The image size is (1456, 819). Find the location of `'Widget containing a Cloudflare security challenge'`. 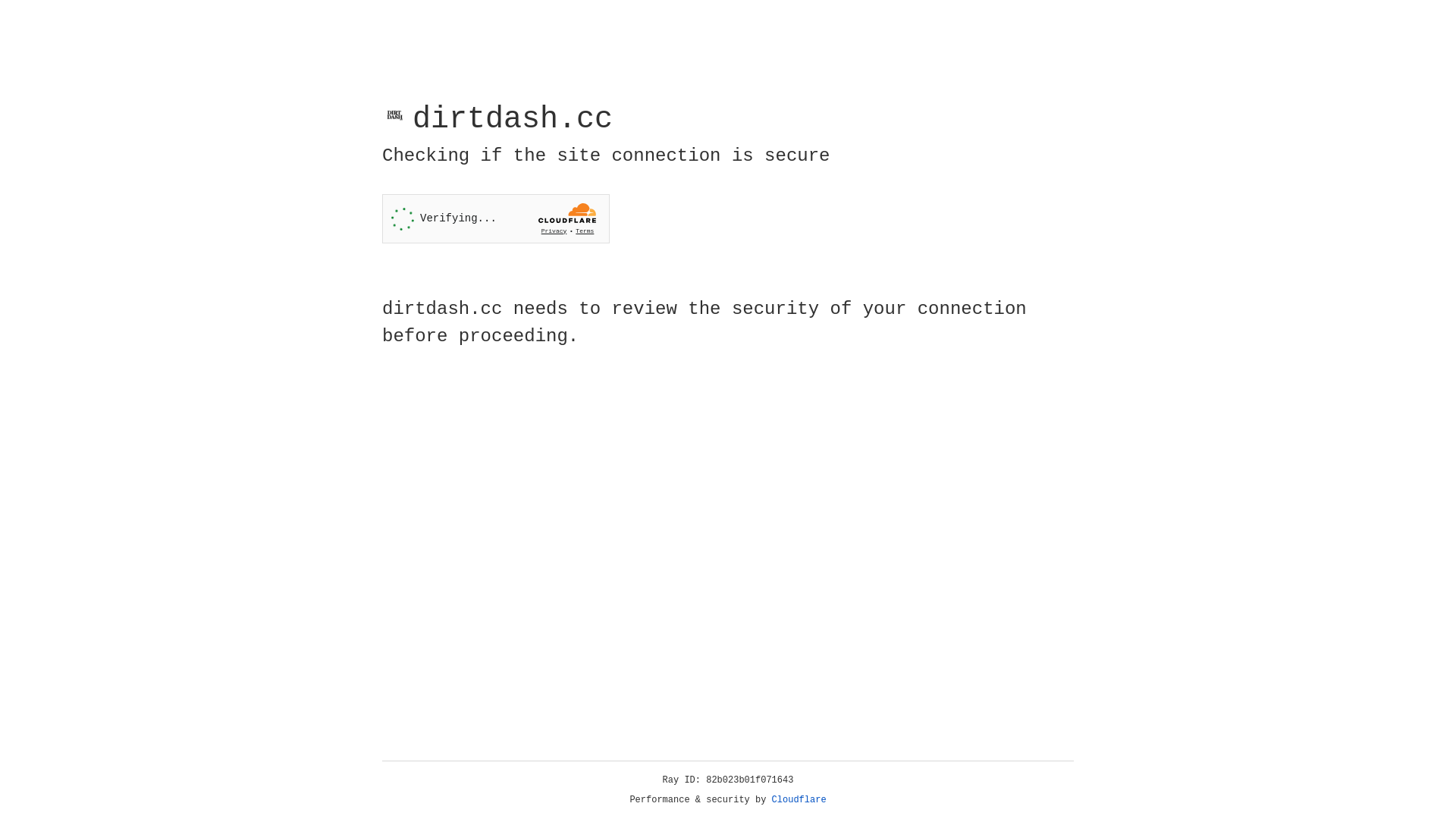

'Widget containing a Cloudflare security challenge' is located at coordinates (495, 218).